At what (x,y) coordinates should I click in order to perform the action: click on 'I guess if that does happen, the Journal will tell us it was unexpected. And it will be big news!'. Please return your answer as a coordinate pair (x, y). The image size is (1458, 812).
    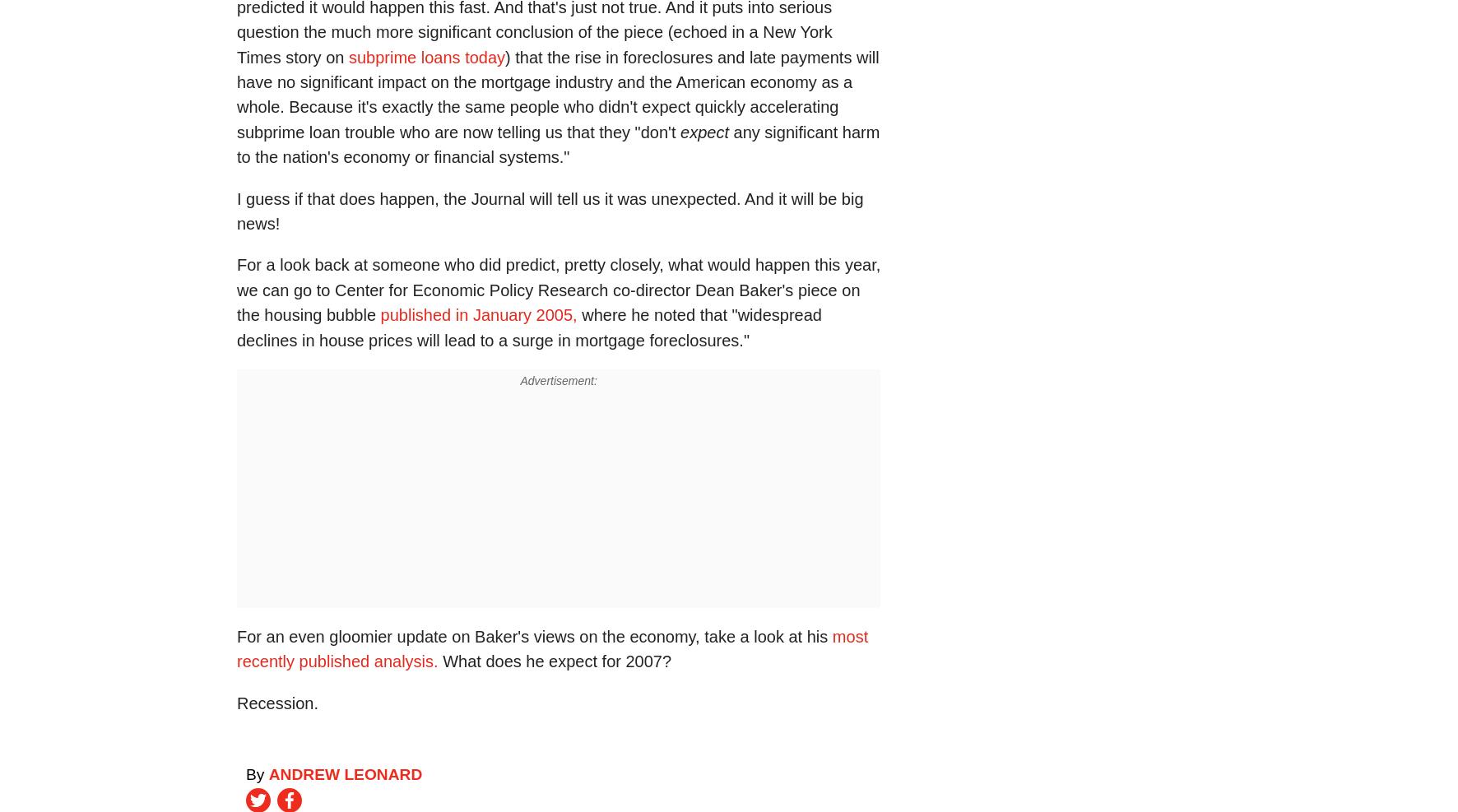
    Looking at the image, I should click on (549, 211).